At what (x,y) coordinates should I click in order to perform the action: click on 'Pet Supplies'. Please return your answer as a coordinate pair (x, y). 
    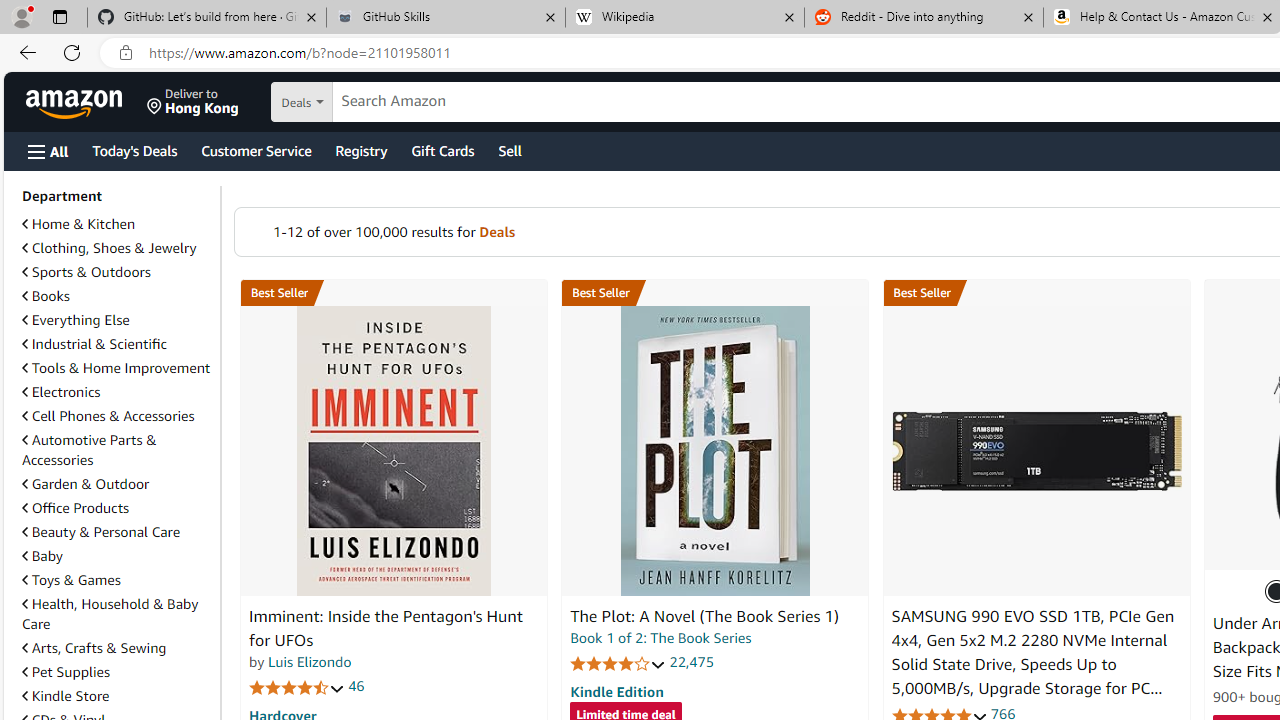
    Looking at the image, I should click on (65, 672).